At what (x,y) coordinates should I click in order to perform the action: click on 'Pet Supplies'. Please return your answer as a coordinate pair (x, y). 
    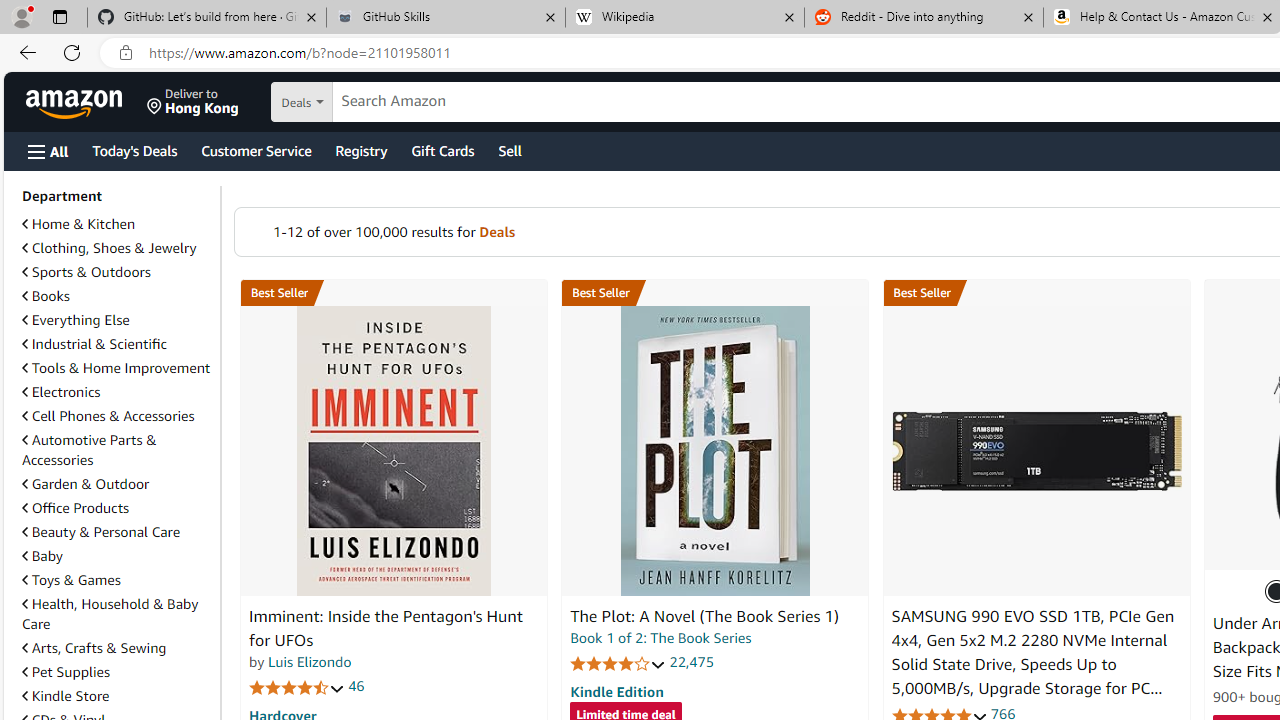
    Looking at the image, I should click on (65, 672).